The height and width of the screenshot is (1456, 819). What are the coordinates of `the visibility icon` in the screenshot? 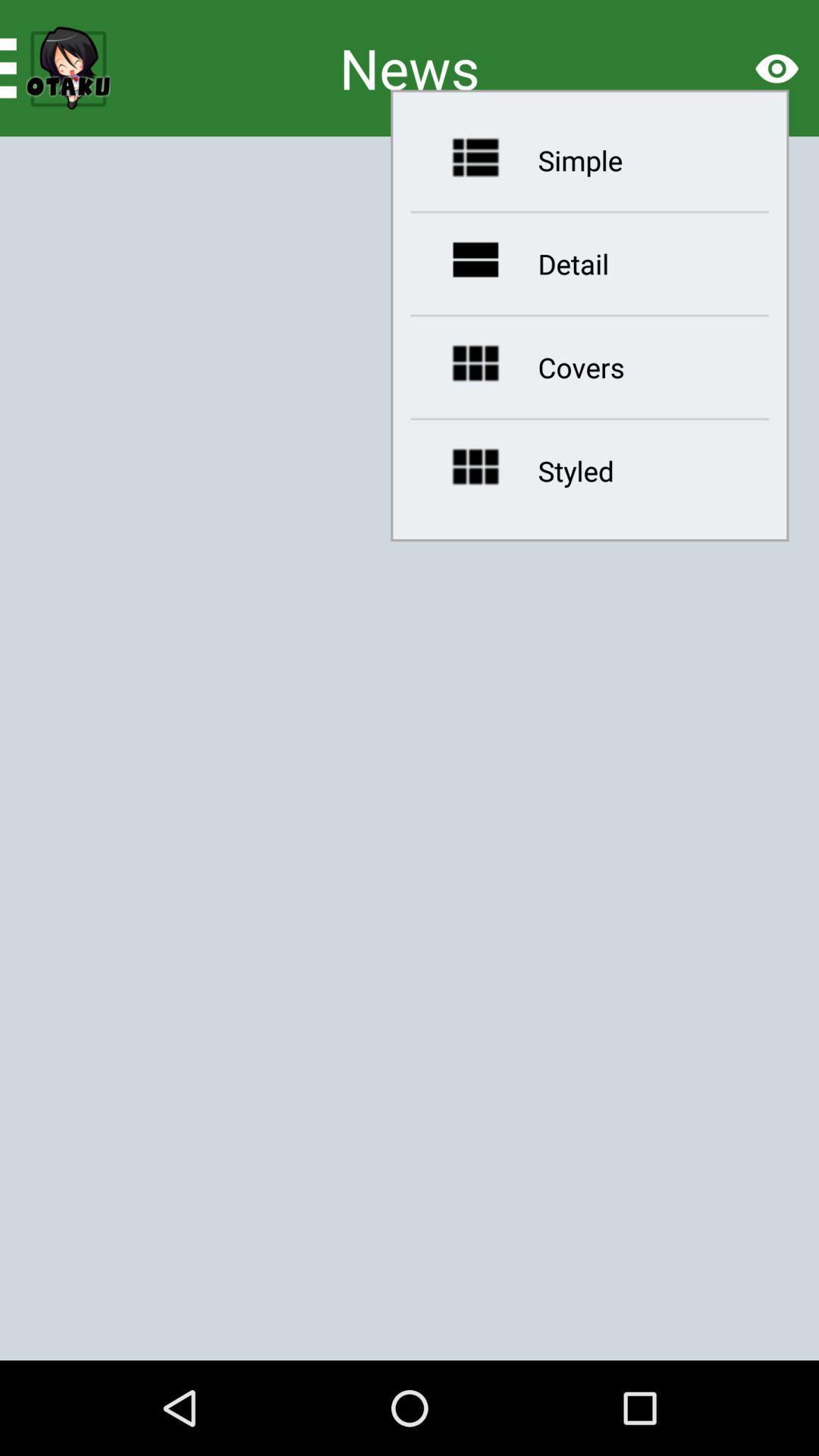 It's located at (777, 67).